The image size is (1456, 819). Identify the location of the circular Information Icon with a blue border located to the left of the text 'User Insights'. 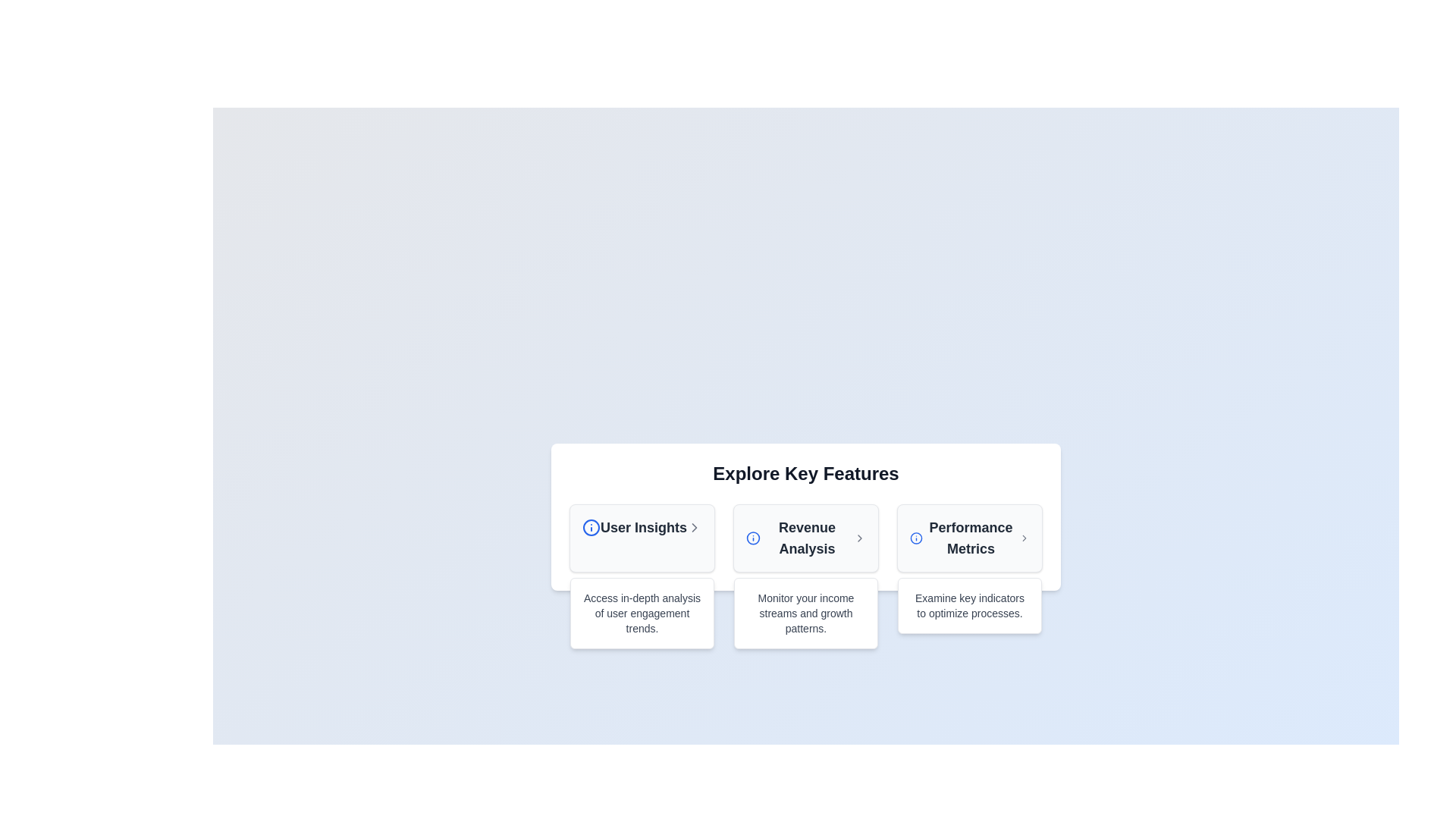
(590, 526).